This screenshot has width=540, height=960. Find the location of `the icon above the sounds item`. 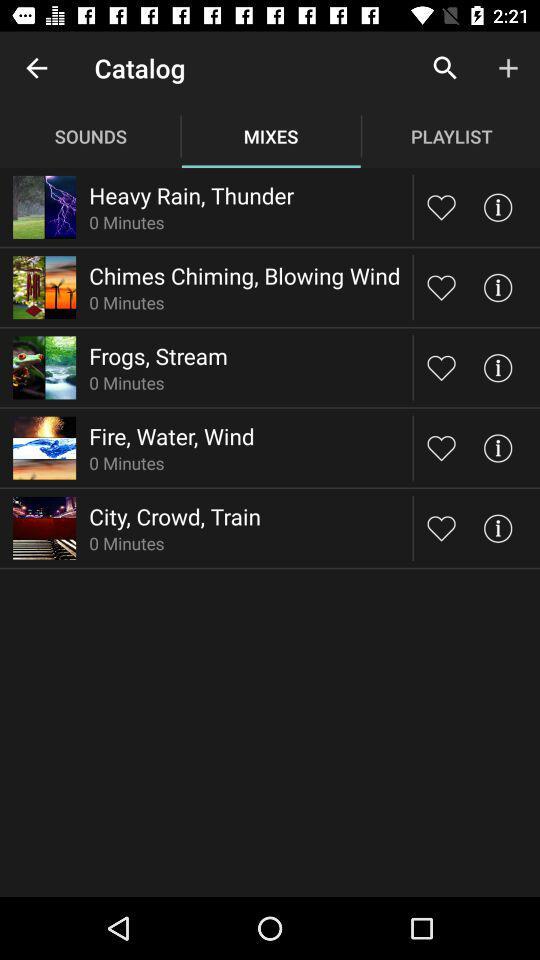

the icon above the sounds item is located at coordinates (36, 68).